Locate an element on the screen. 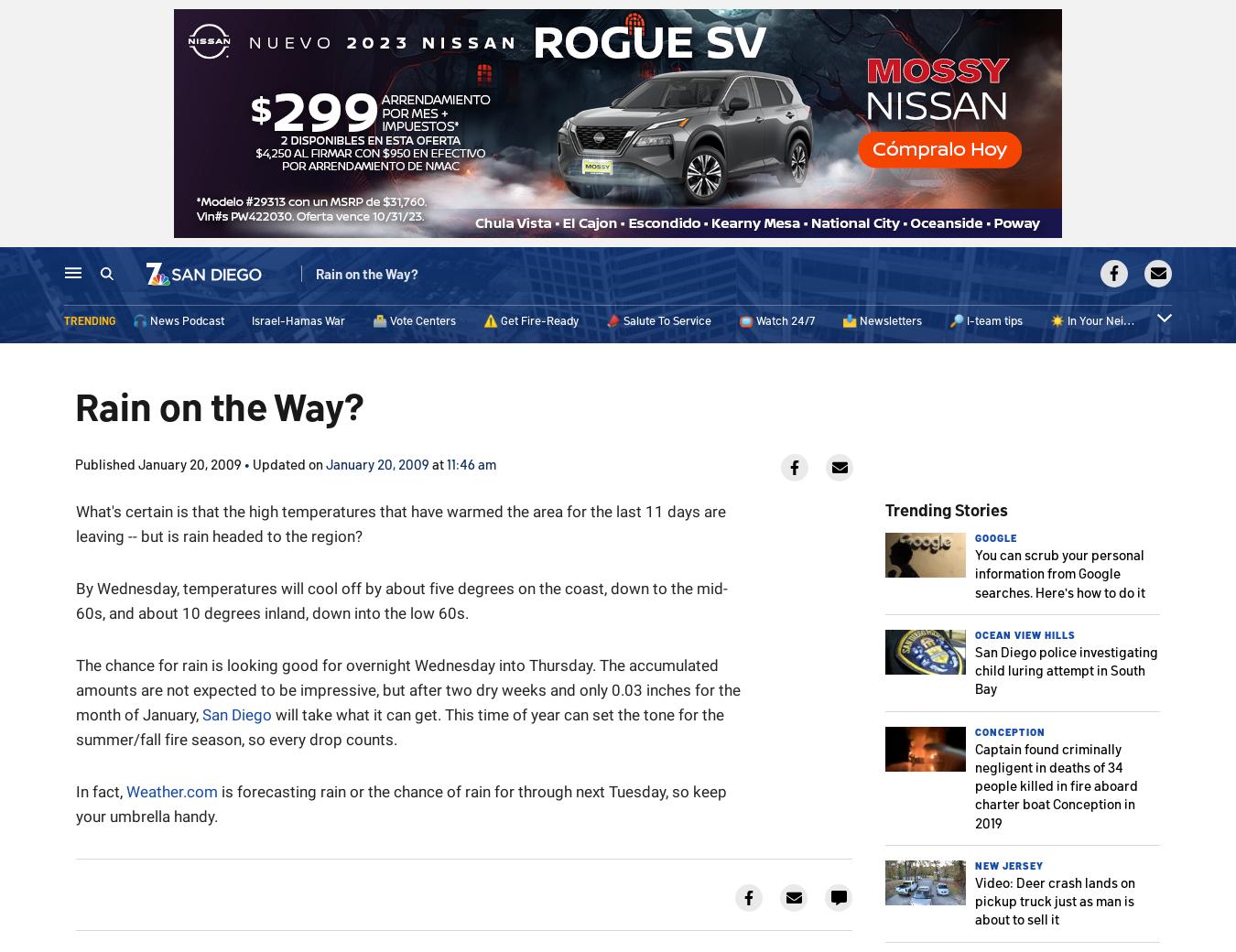 The height and width of the screenshot is (952, 1236). '📺 Watch 24/7' is located at coordinates (776, 323).